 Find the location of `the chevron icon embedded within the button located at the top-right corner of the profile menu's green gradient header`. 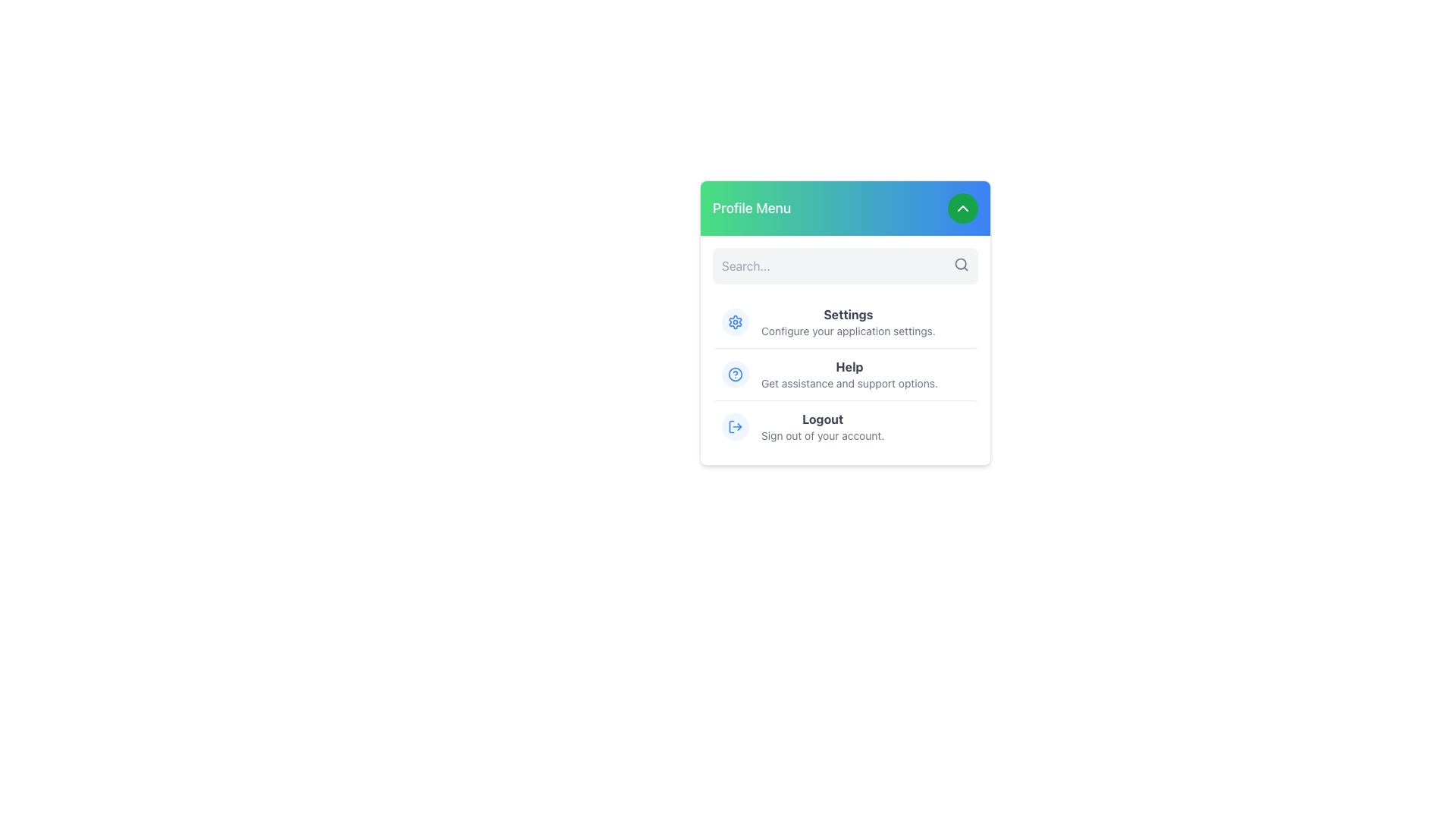

the chevron icon embedded within the button located at the top-right corner of the profile menu's green gradient header is located at coordinates (962, 208).